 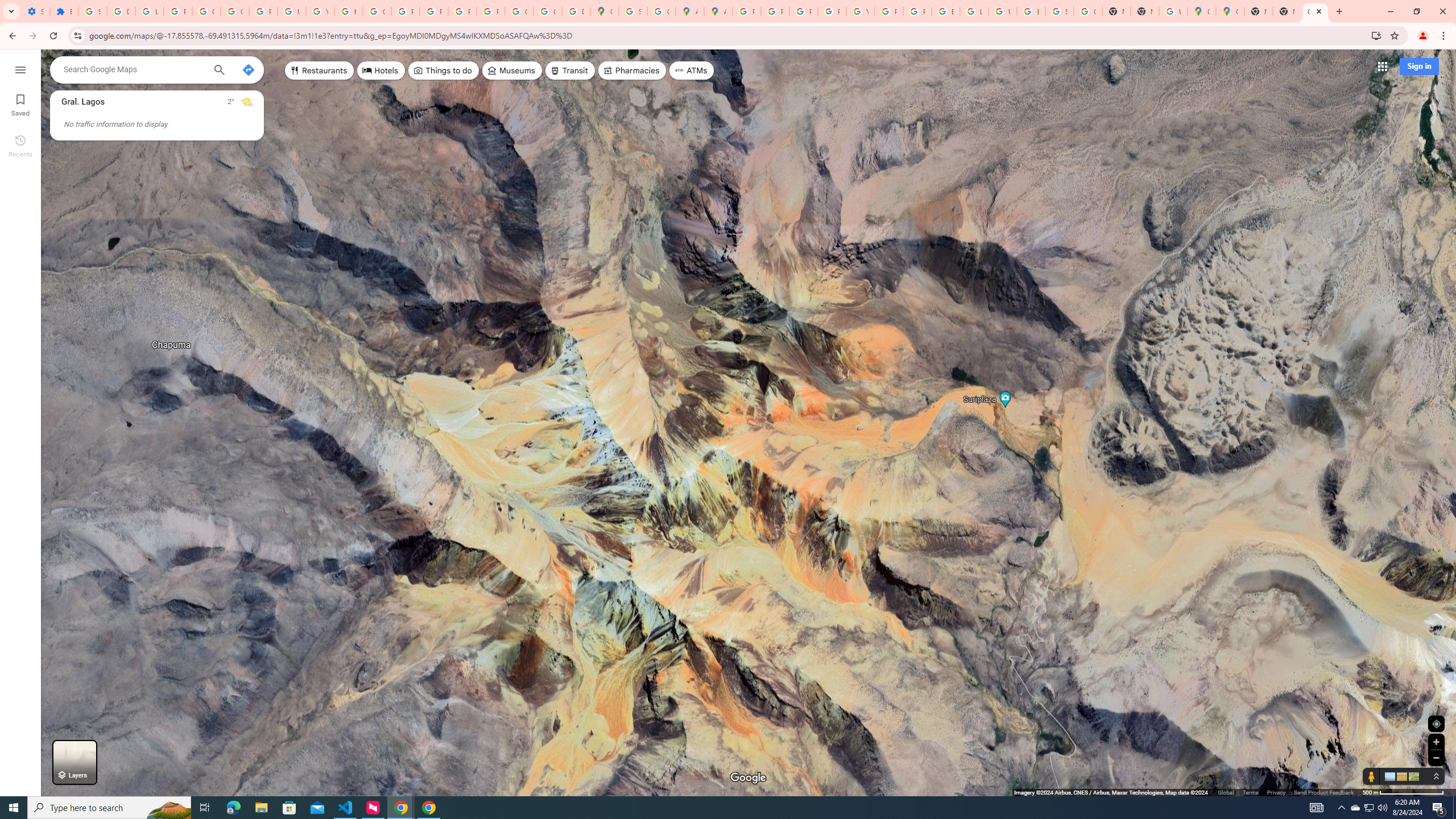 What do you see at coordinates (380, 69) in the screenshot?
I see `'Hotels'` at bounding box center [380, 69].